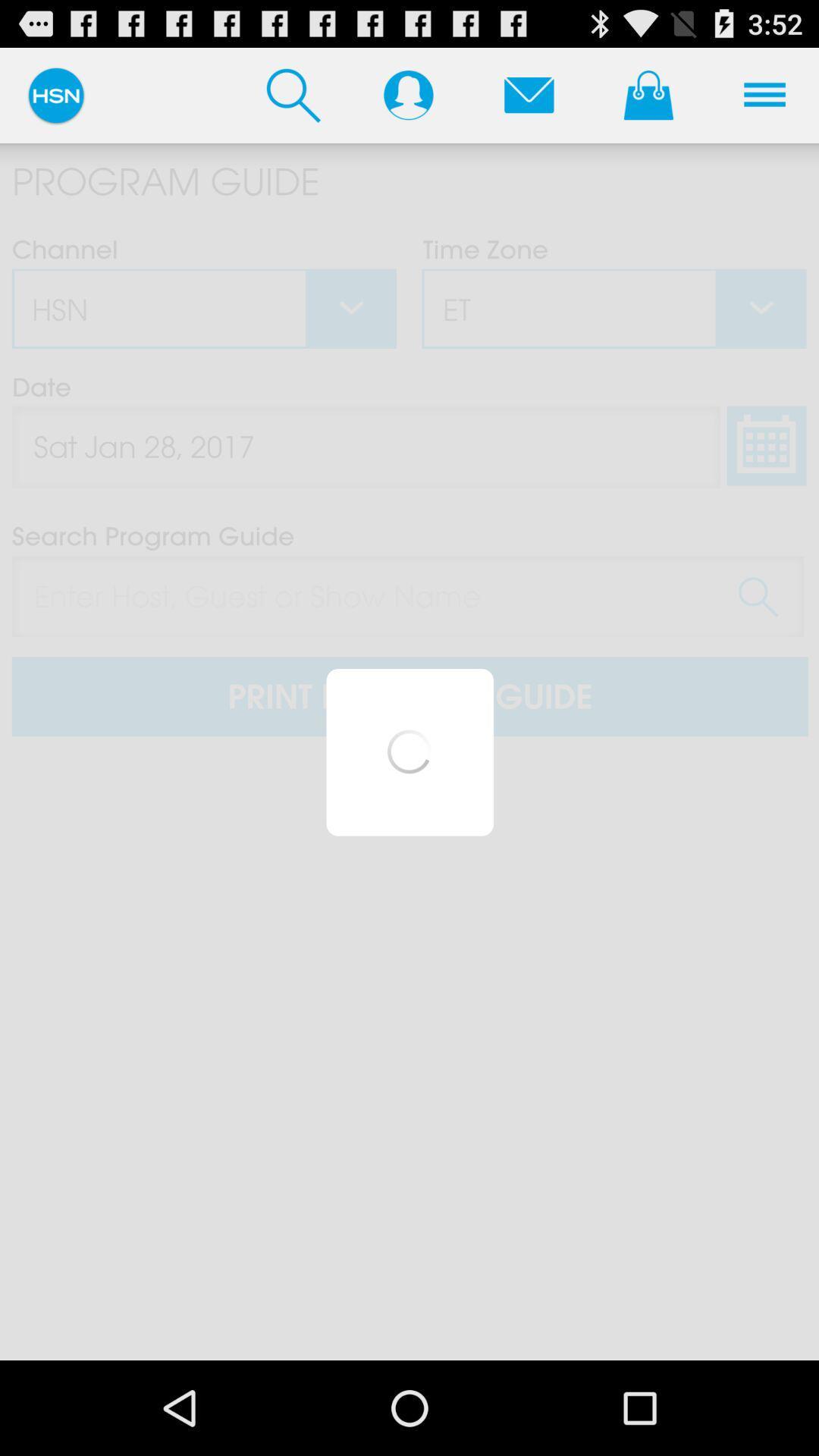  What do you see at coordinates (648, 94) in the screenshot?
I see `shopping cart button` at bounding box center [648, 94].